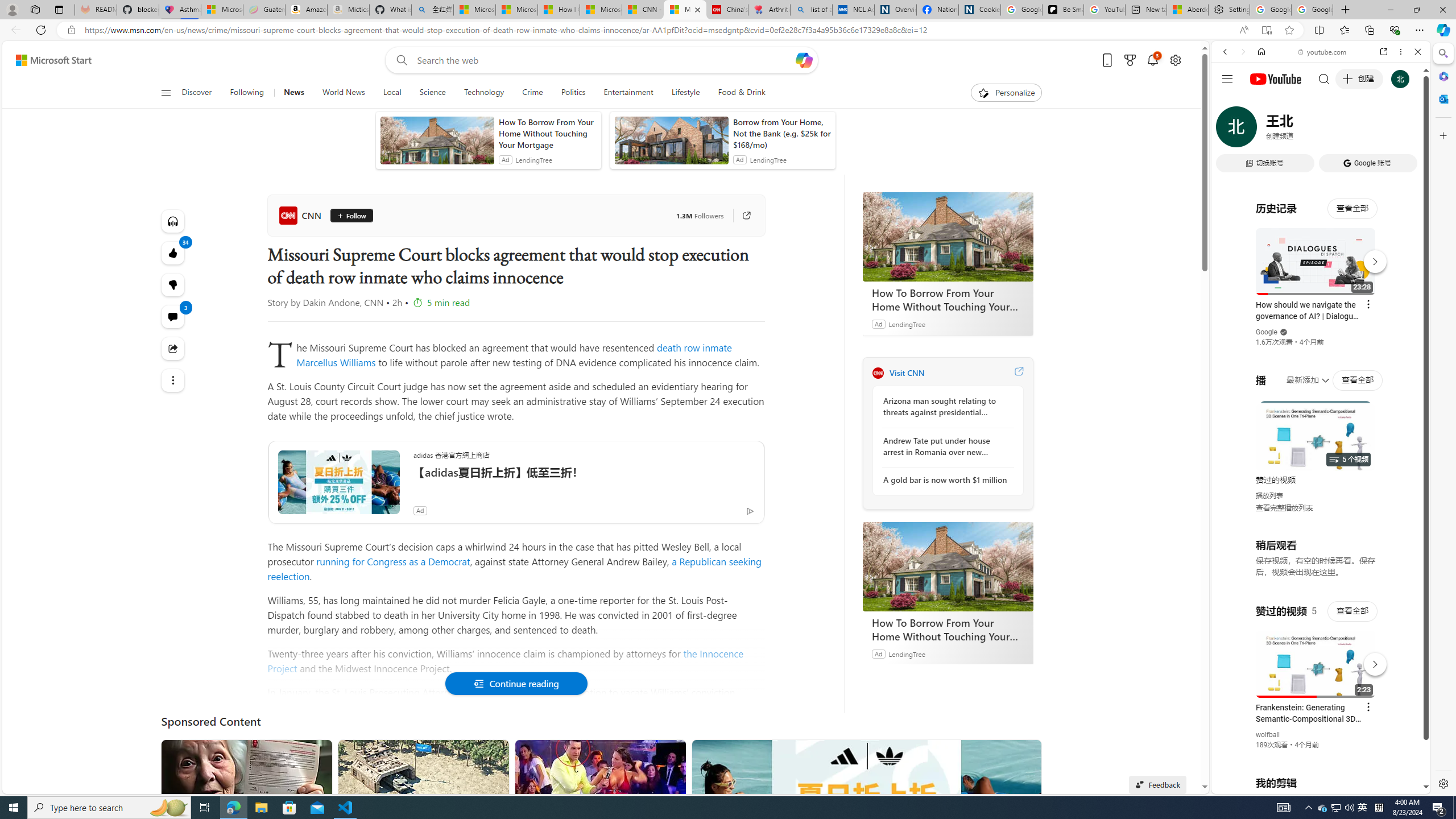  I want to click on 'Trailer #2 [HD]', so click(1319, 336).